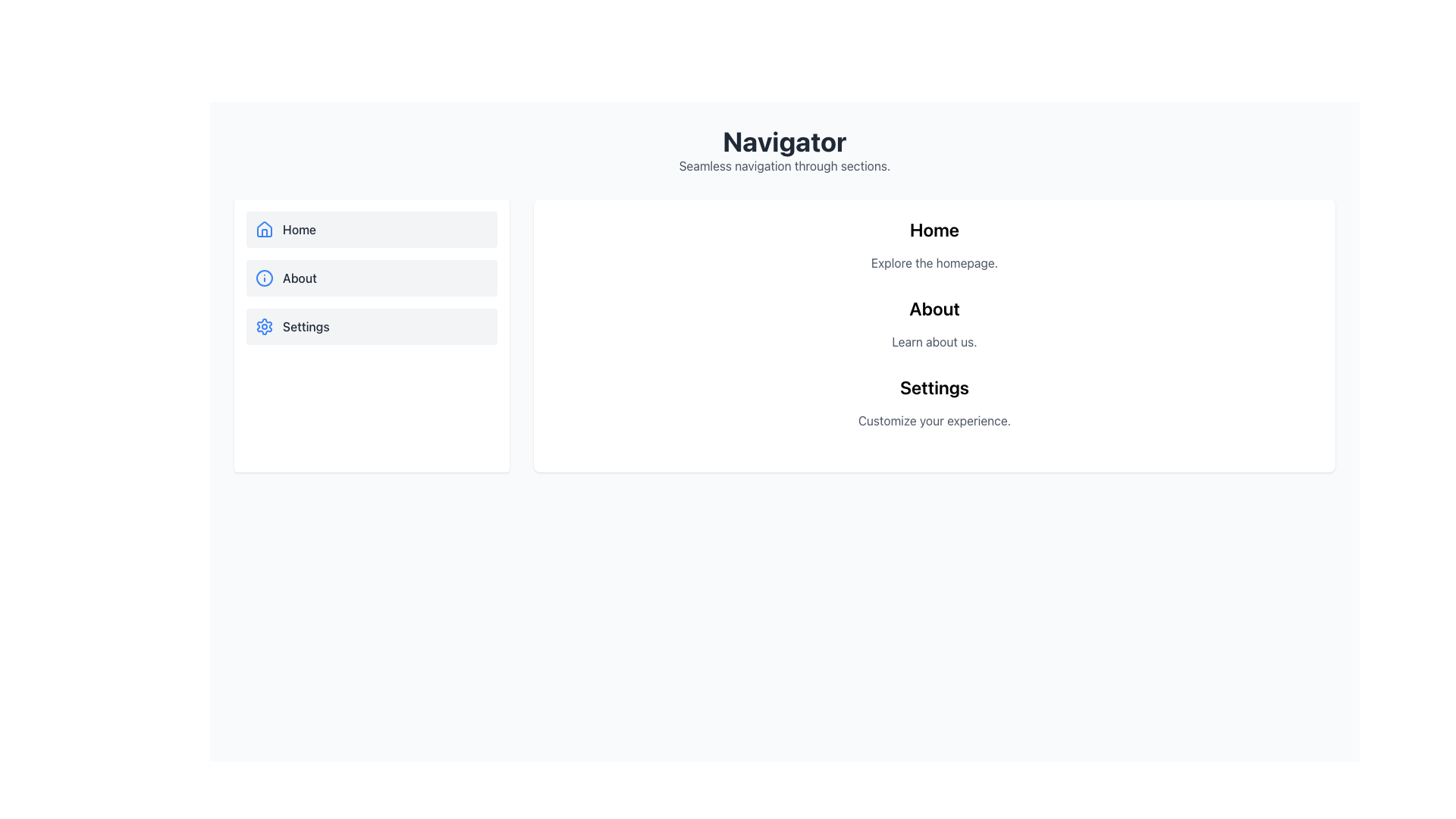 The height and width of the screenshot is (819, 1456). What do you see at coordinates (934, 230) in the screenshot?
I see `the text header labeled 'Home', which is prominently displayed at the top of the section with bold characters` at bounding box center [934, 230].